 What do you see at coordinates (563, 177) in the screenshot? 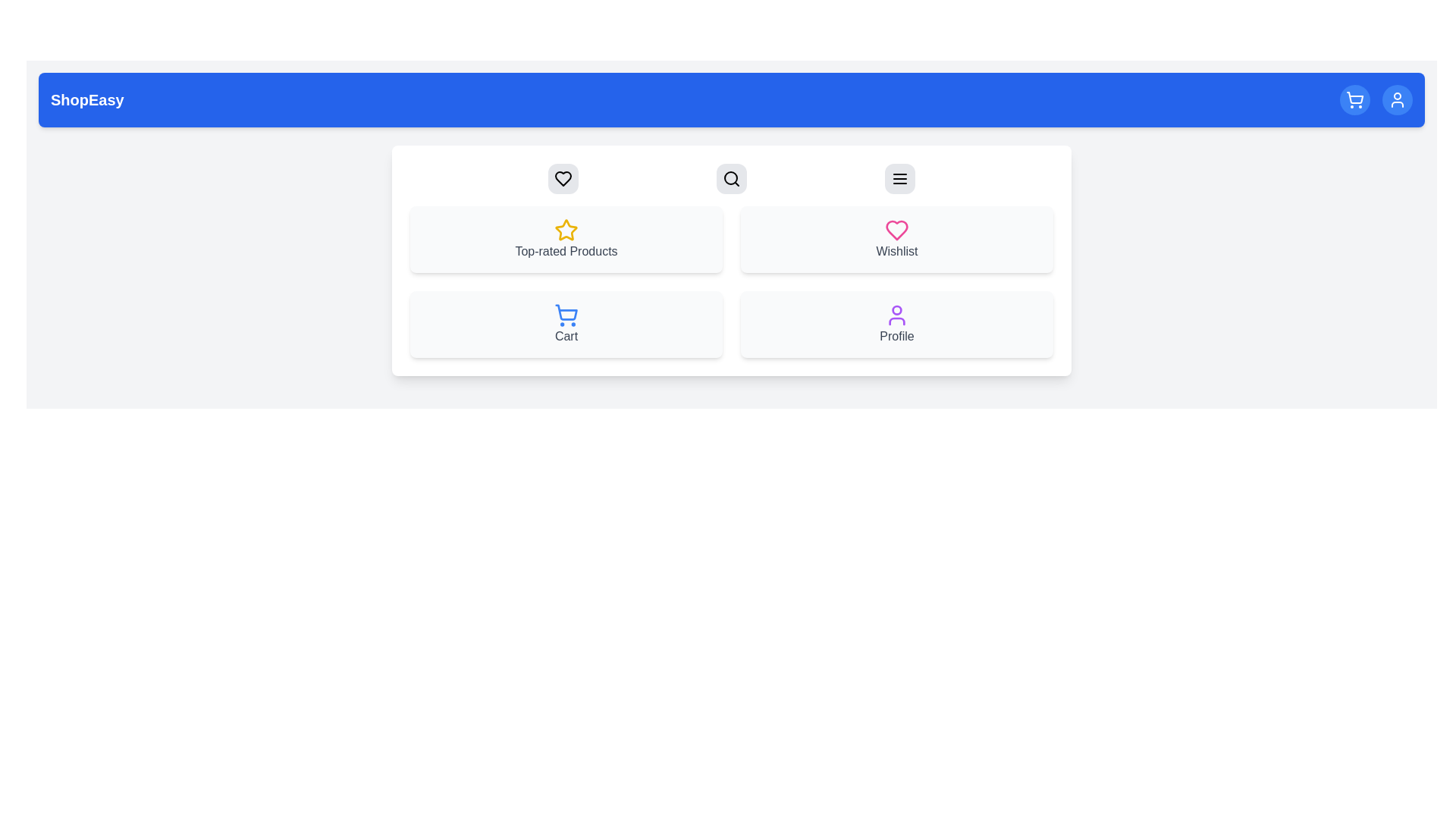
I see `the heart-shaped icon button with a light gray background` at bounding box center [563, 177].